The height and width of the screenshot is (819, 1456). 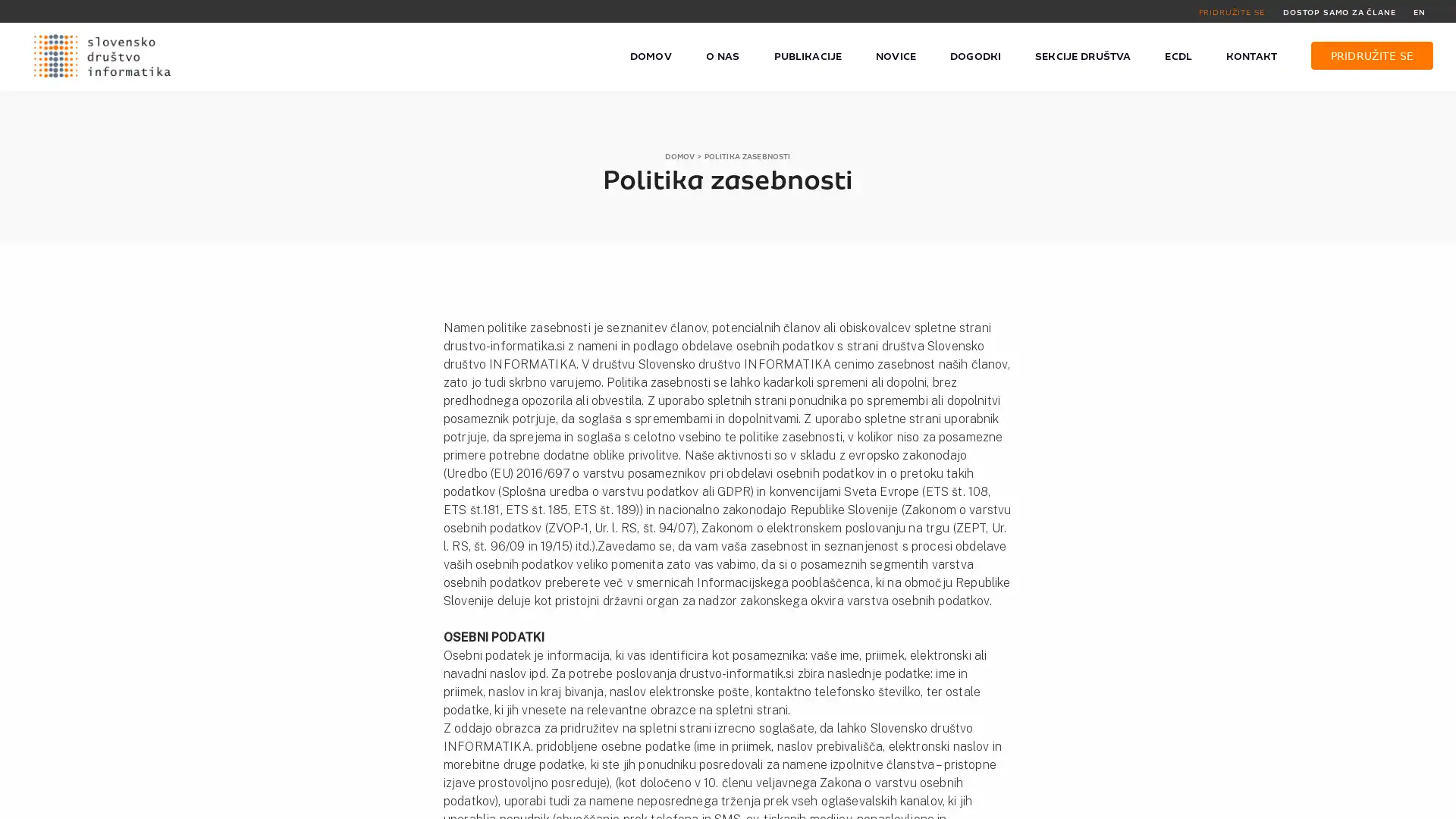 What do you see at coordinates (975, 799) in the screenshot?
I see `Sprejmi piskotke` at bounding box center [975, 799].